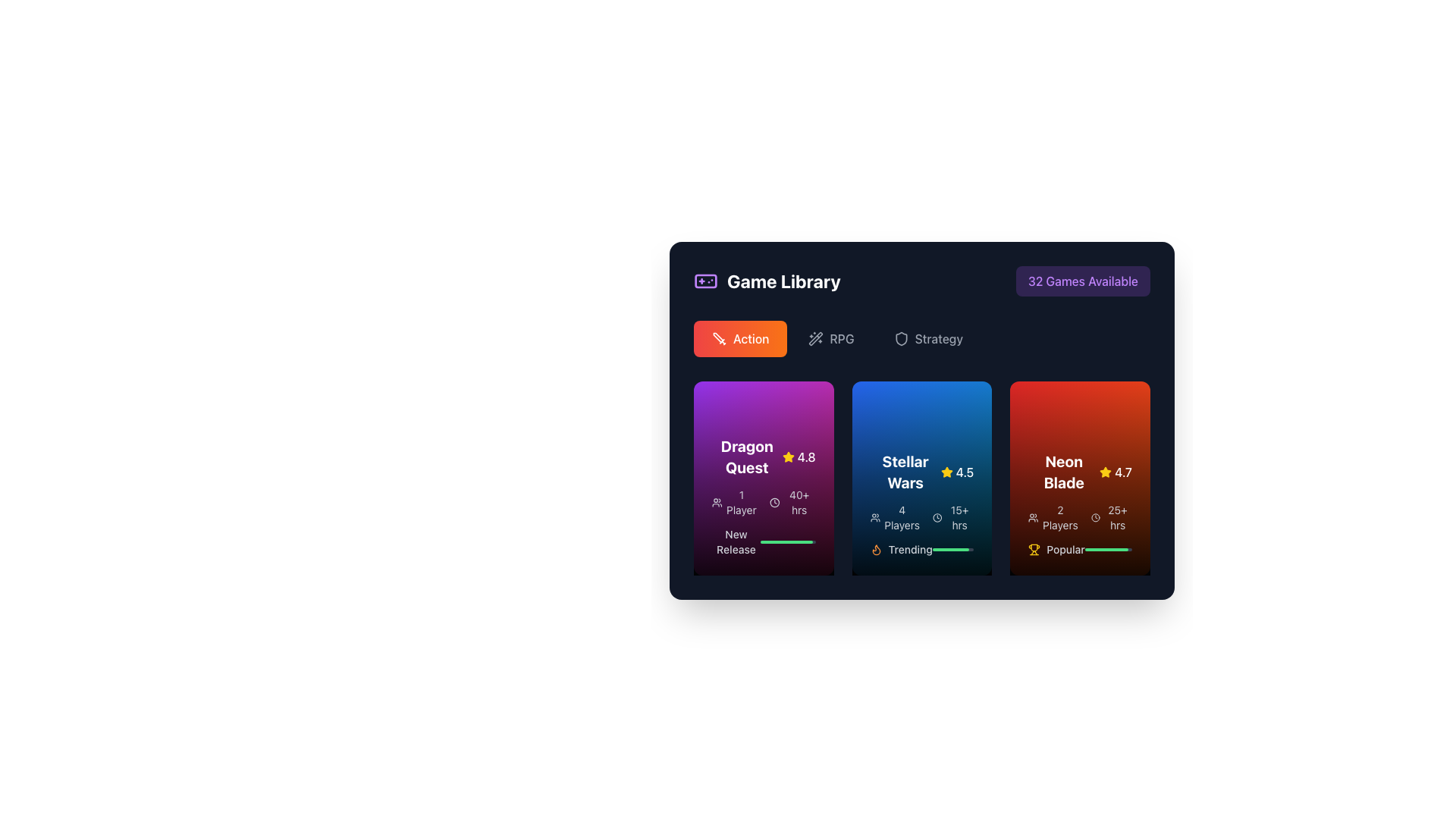 The width and height of the screenshot is (1456, 819). Describe the element at coordinates (875, 516) in the screenshot. I see `the icon representing the number of players supported for the 'Stellar Wars' game, located to the left of the text '4 Players'` at that location.